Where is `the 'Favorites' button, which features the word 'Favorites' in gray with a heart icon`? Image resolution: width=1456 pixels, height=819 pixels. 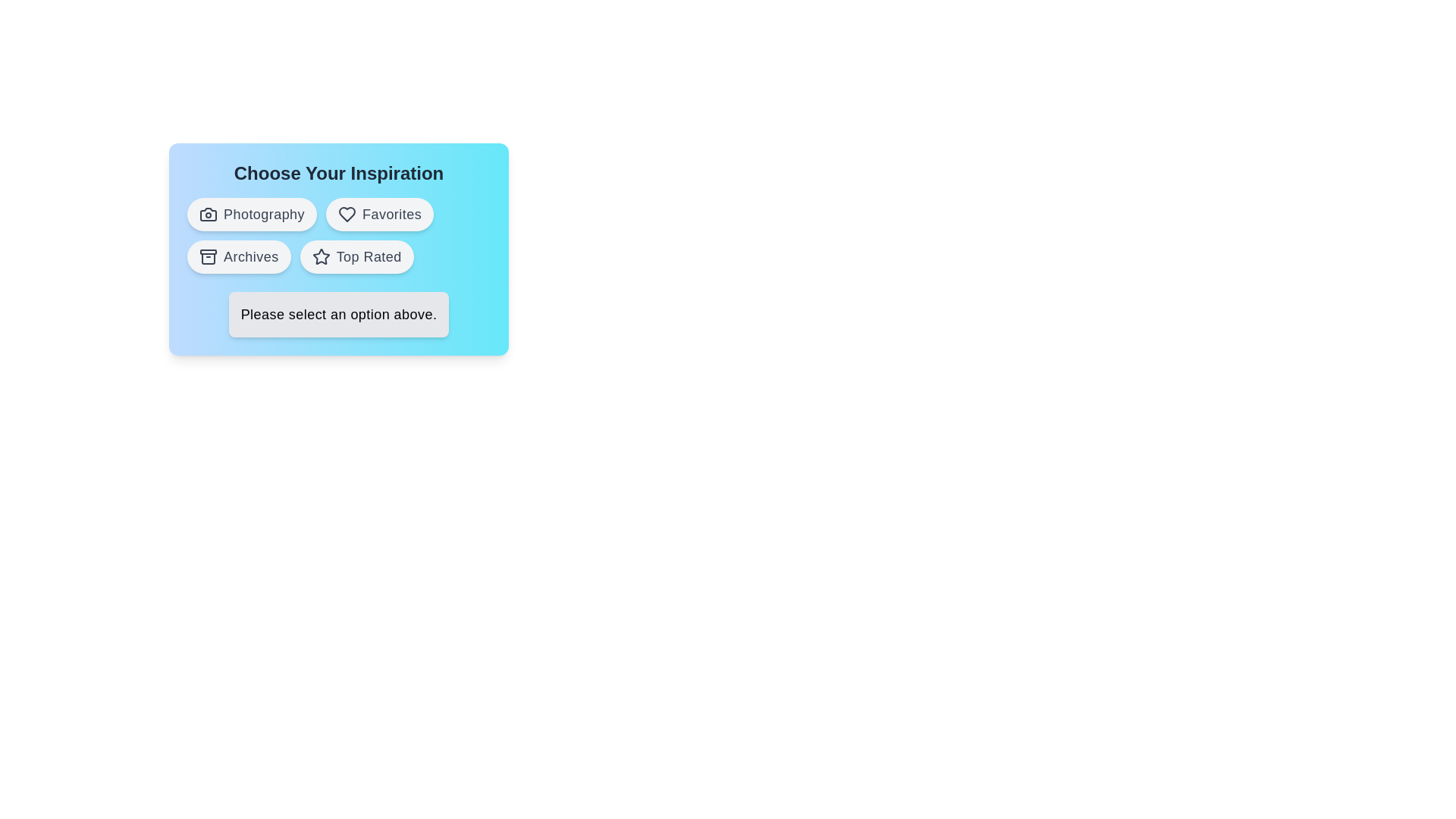 the 'Favorites' button, which features the word 'Favorites' in gray with a heart icon is located at coordinates (392, 214).